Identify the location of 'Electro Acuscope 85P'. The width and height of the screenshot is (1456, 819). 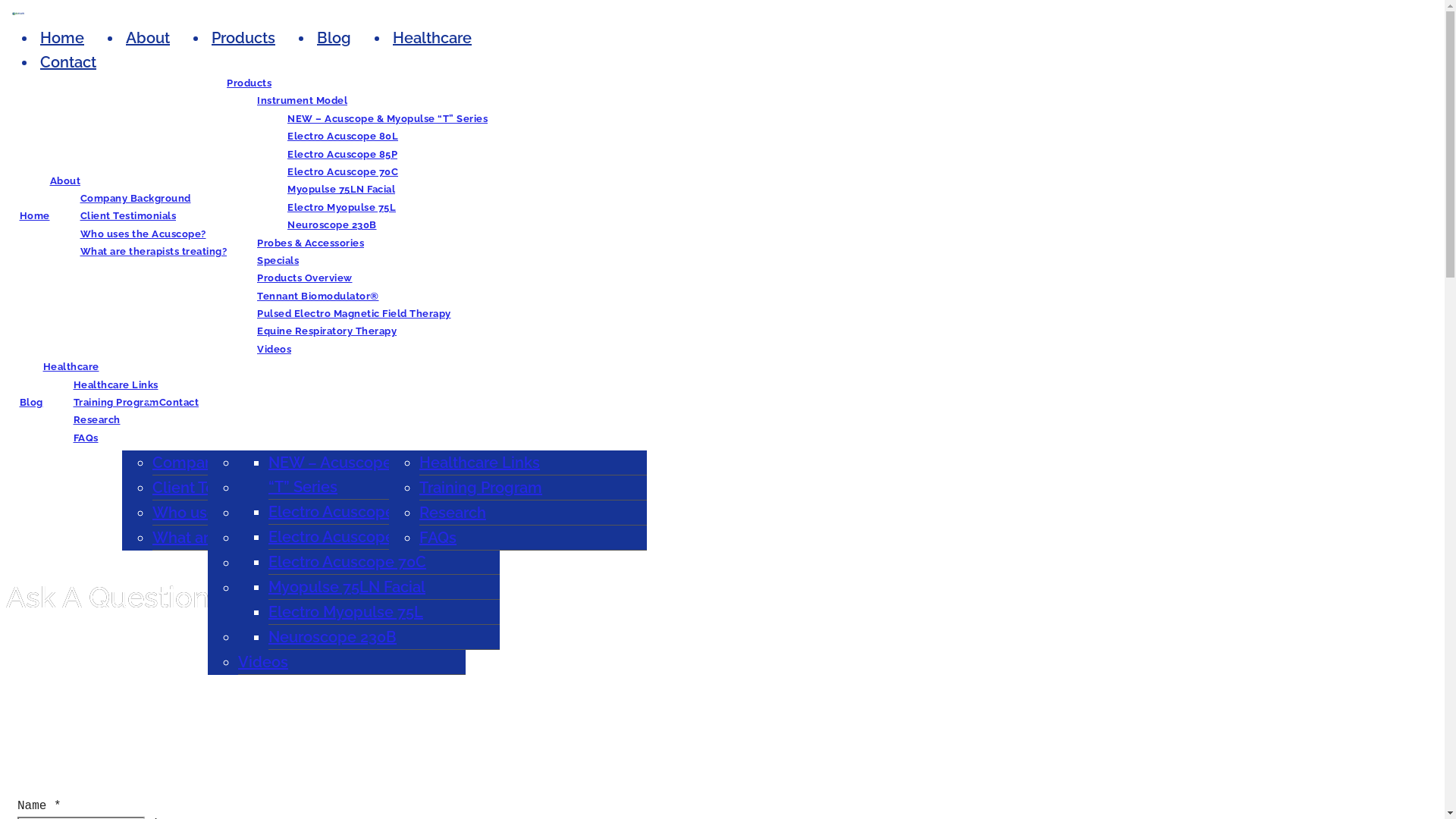
(341, 154).